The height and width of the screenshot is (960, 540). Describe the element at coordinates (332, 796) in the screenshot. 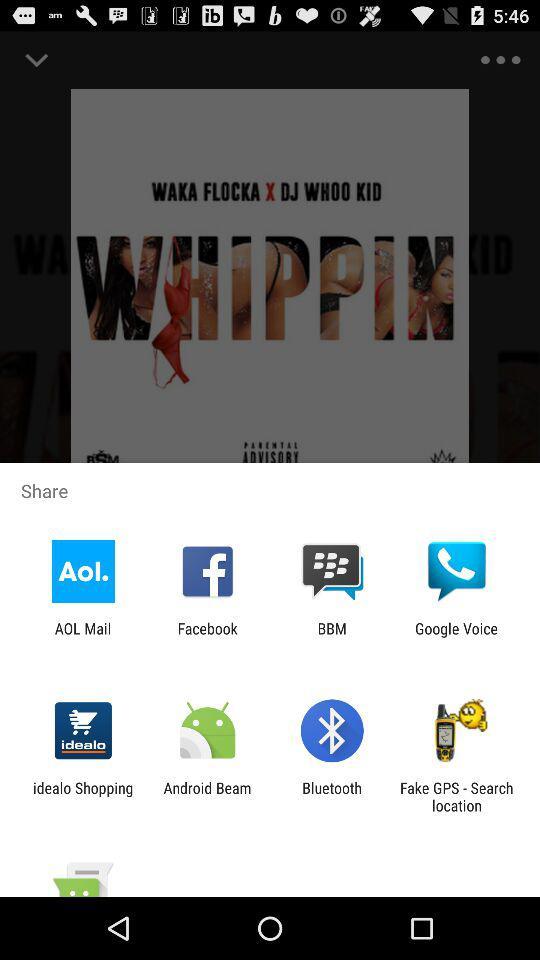

I see `bluetooth` at that location.